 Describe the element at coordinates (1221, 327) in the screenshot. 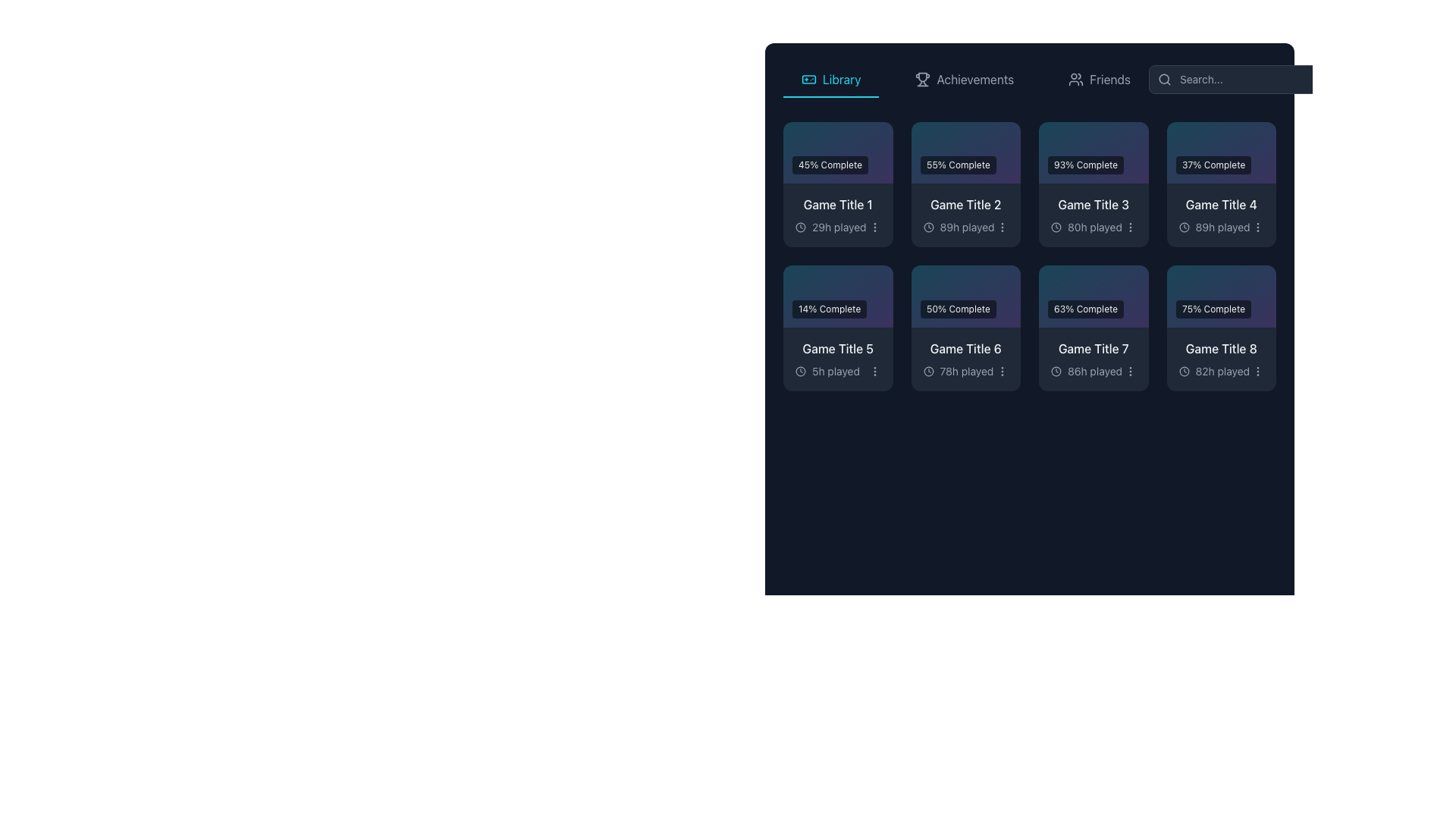

I see `the card displaying '75% Complete' with the title 'Game Title 8' and details '82h played', located at the bottom-right of the grid` at that location.